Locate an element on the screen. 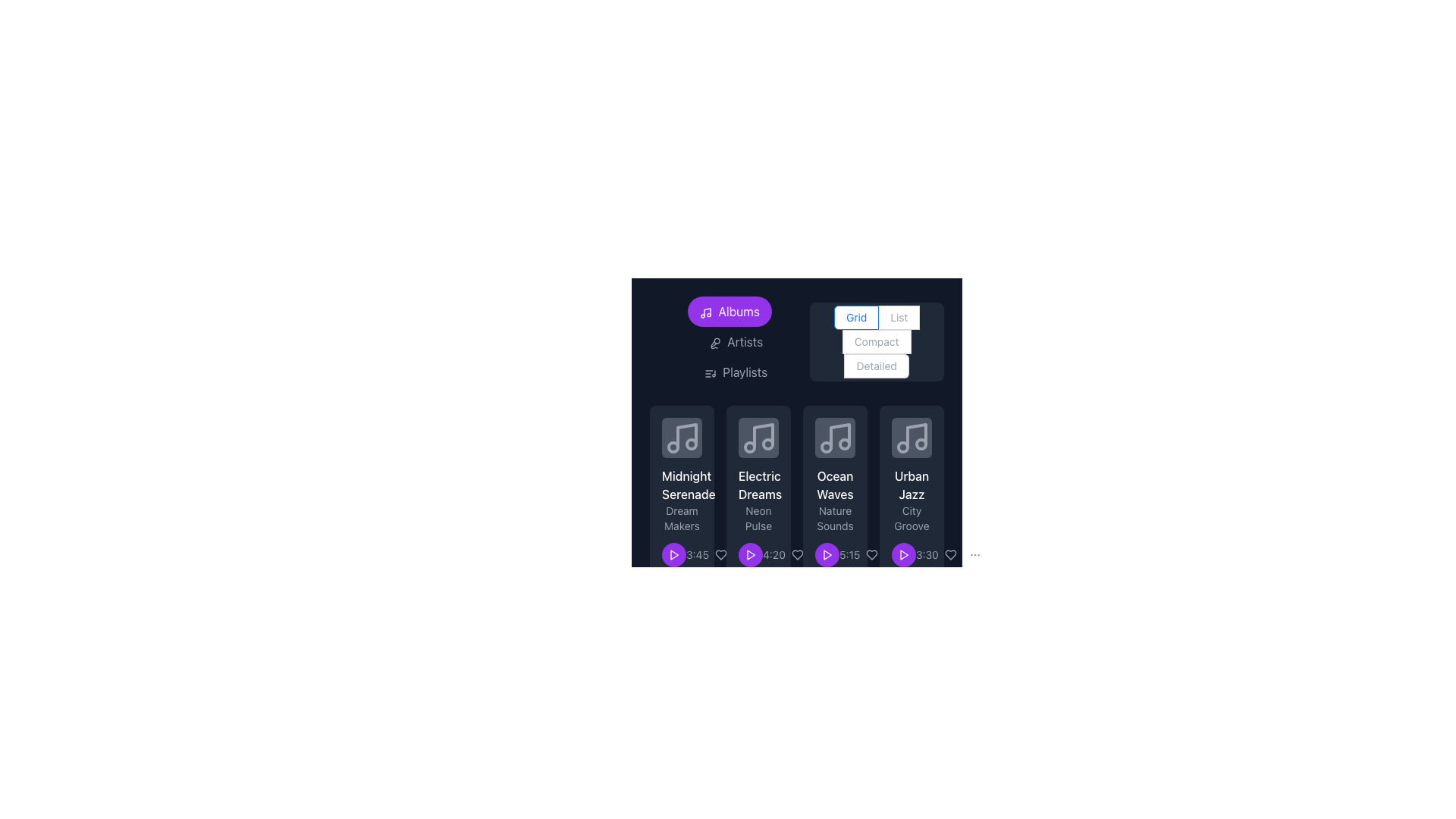 The width and height of the screenshot is (1456, 819). the heart-shaped icon located at the bottom section of the rightmost card, positioned to the right of the purple play button and the time display ('3:30') is located at coordinates (796, 555).